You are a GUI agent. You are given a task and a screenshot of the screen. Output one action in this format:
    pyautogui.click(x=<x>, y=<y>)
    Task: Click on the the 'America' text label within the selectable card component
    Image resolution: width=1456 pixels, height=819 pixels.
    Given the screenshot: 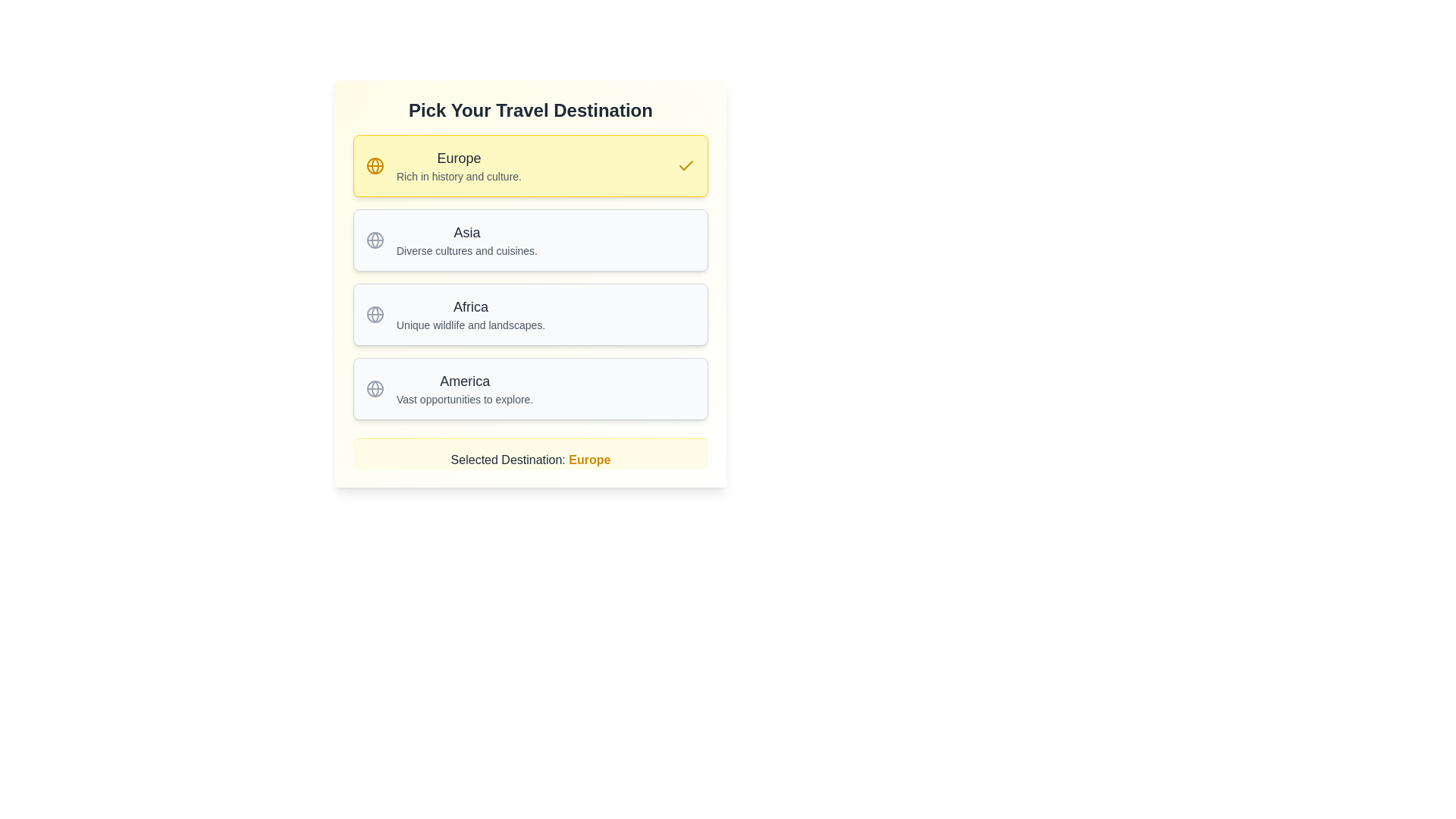 What is the action you would take?
    pyautogui.click(x=464, y=388)
    